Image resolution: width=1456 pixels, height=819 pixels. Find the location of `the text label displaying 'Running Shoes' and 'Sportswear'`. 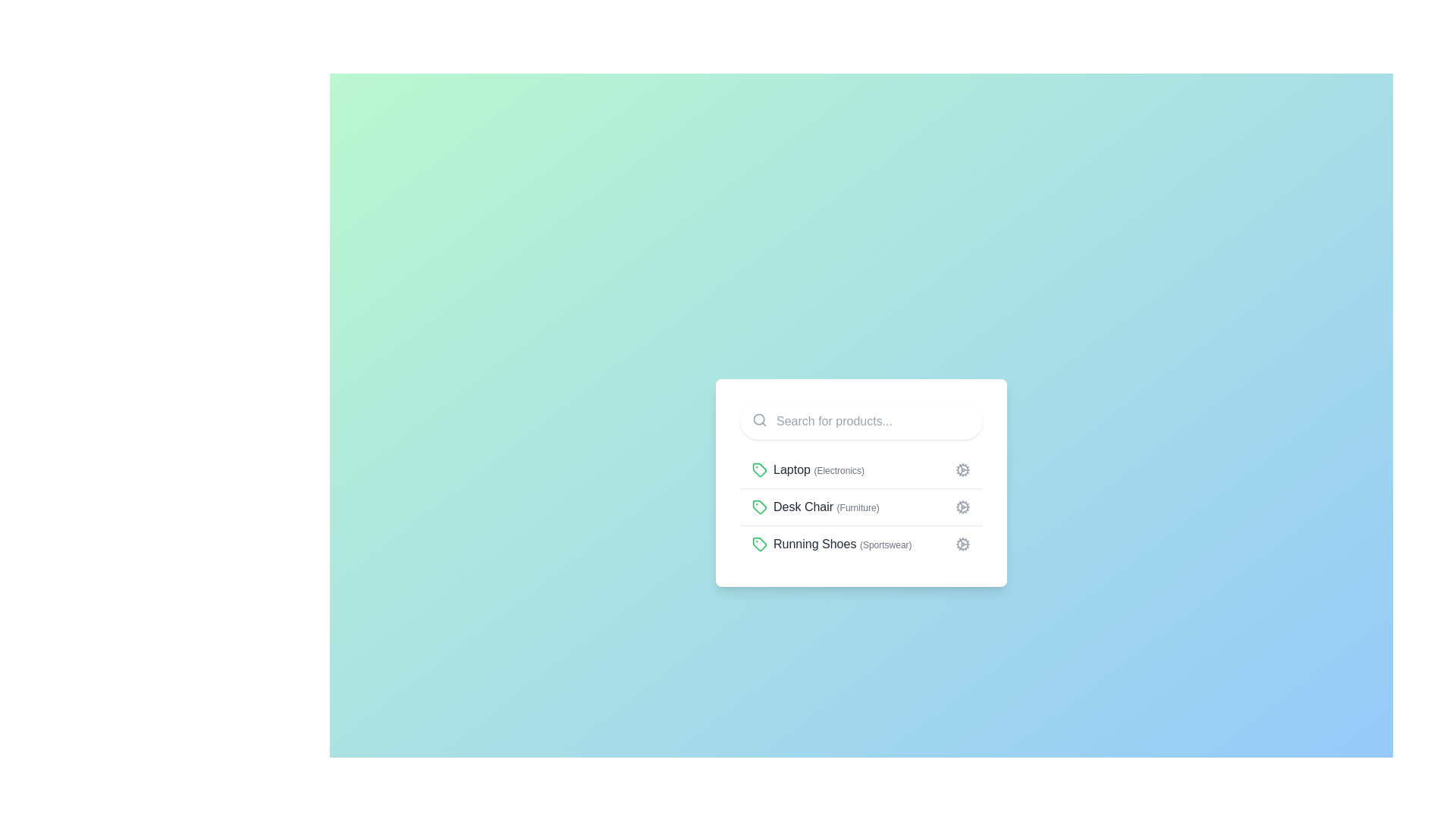

the text label displaying 'Running Shoes' and 'Sportswear' is located at coordinates (841, 543).